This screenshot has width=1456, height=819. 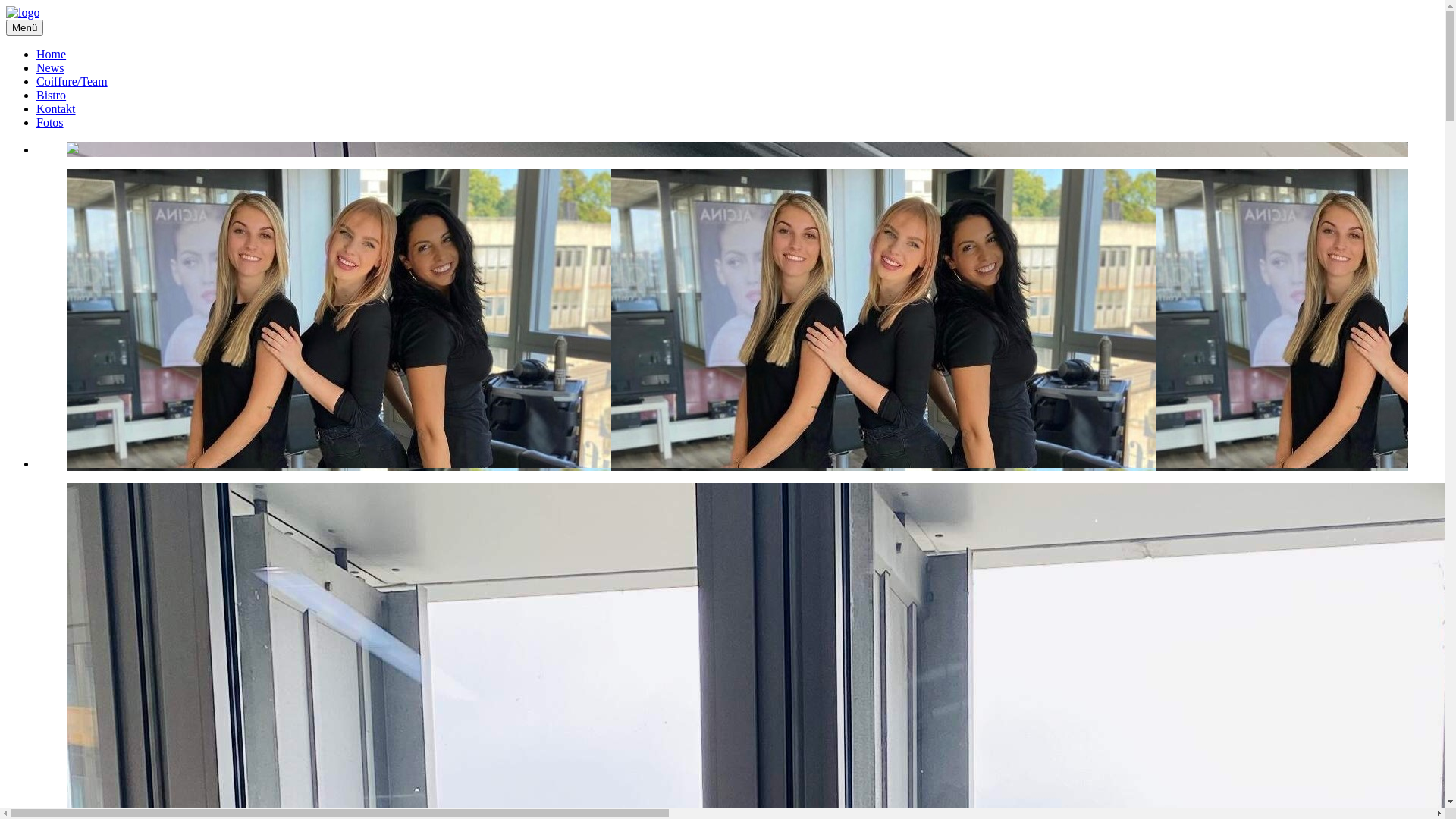 What do you see at coordinates (50, 121) in the screenshot?
I see `'Fotos'` at bounding box center [50, 121].